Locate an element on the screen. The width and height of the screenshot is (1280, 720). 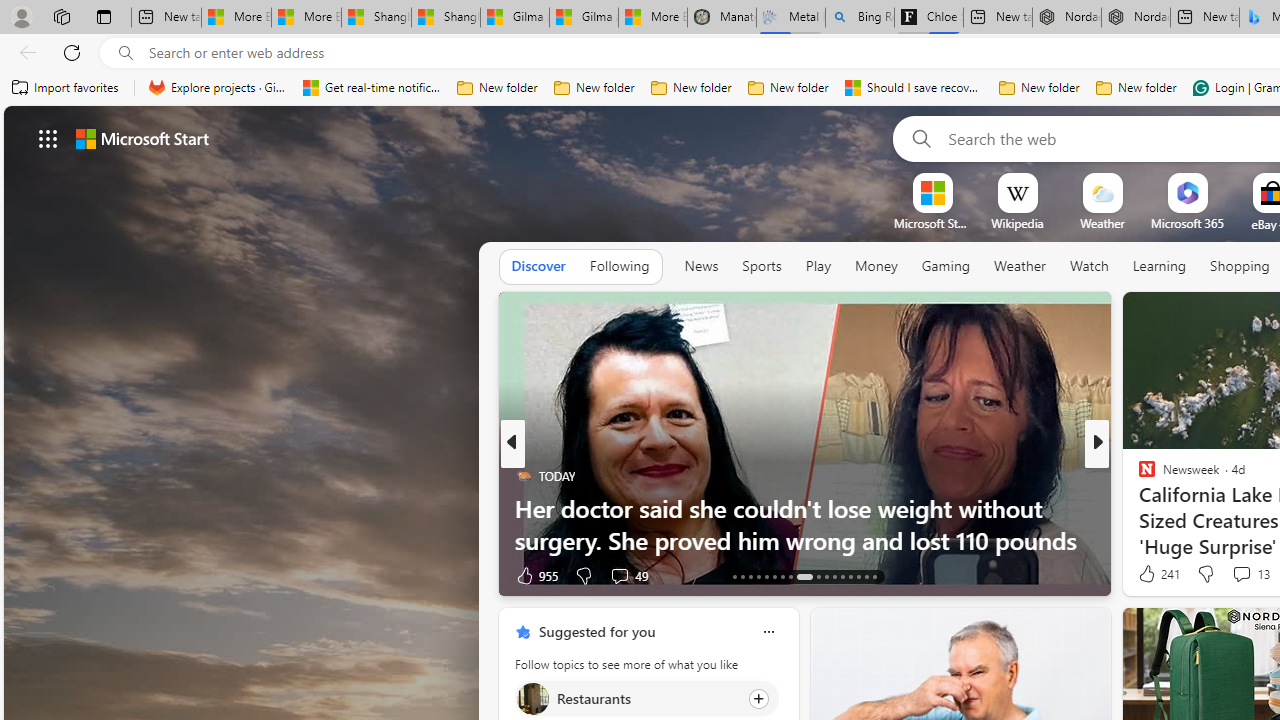
'News' is located at coordinates (701, 266).